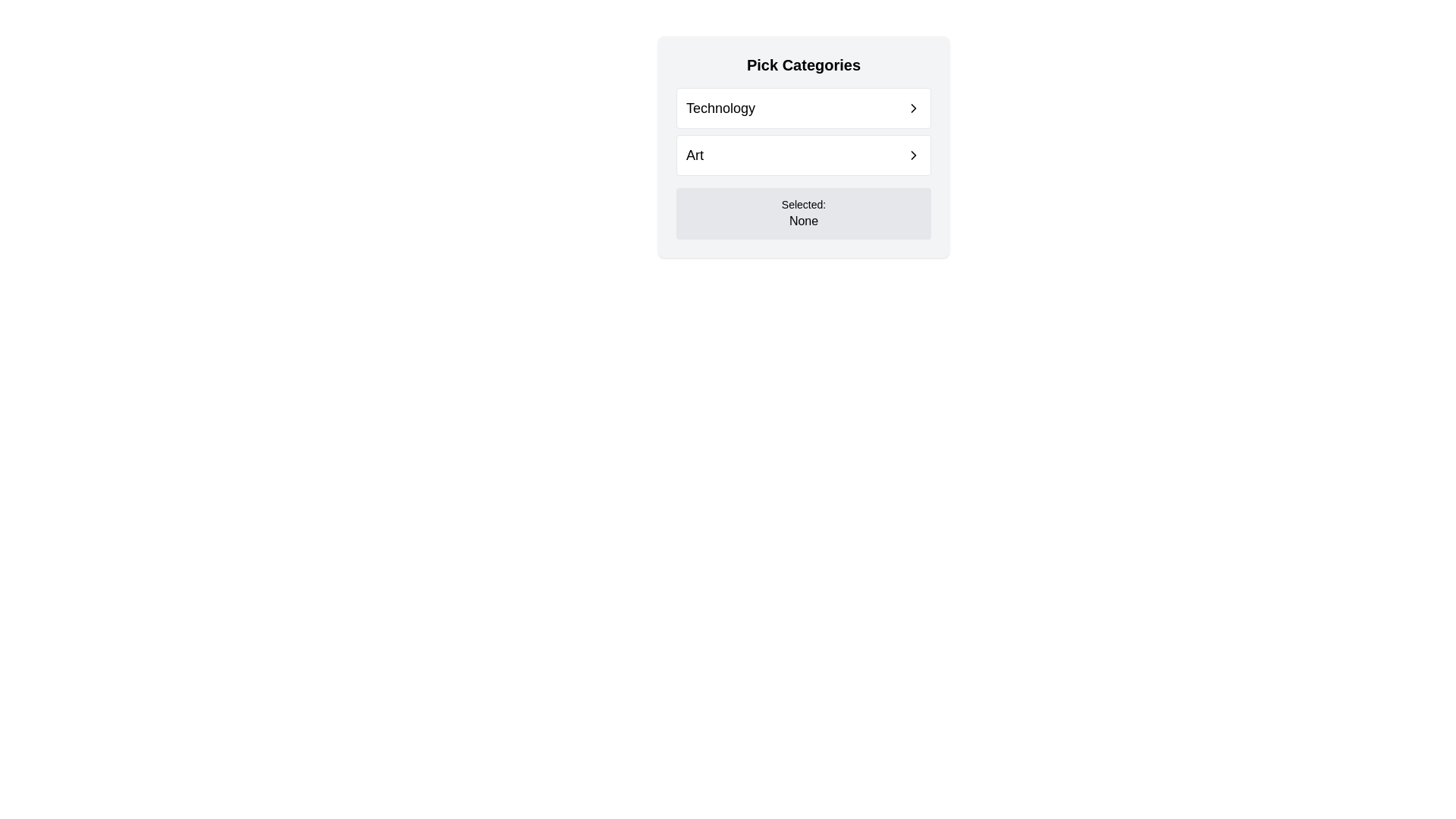 The image size is (1456, 819). I want to click on the static text label displaying 'Selected:', which is styled in a small font size and muted color, located within the lower section of a light gray panel, directly above the text 'None', so click(803, 205).